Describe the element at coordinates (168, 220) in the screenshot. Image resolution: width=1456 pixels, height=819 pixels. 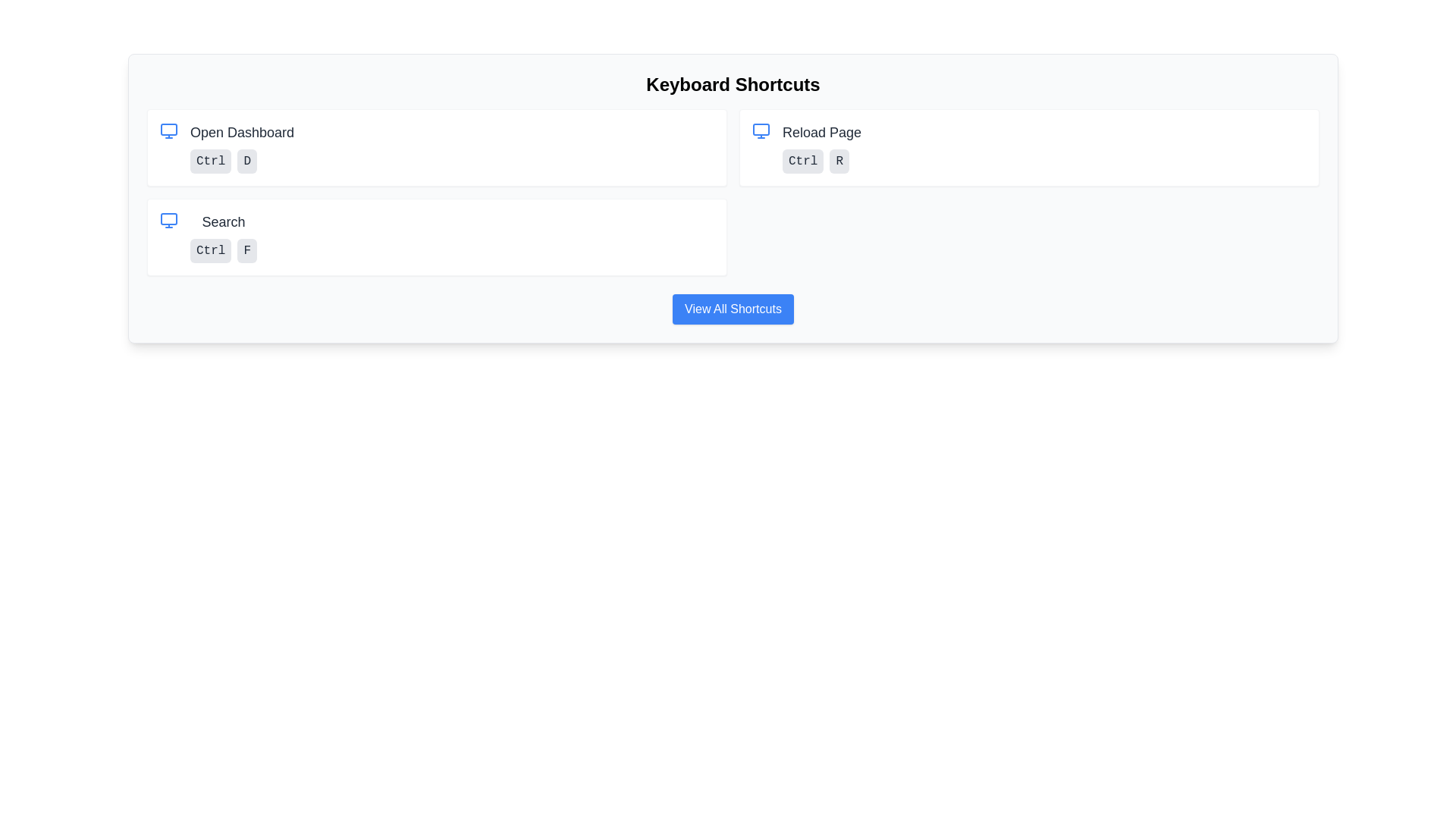
I see `the search icon located in the top-left corner of the card, adjacent to the descriptive text 'Search' and the shortcut keys 'Ctrl' and 'F'` at that location.